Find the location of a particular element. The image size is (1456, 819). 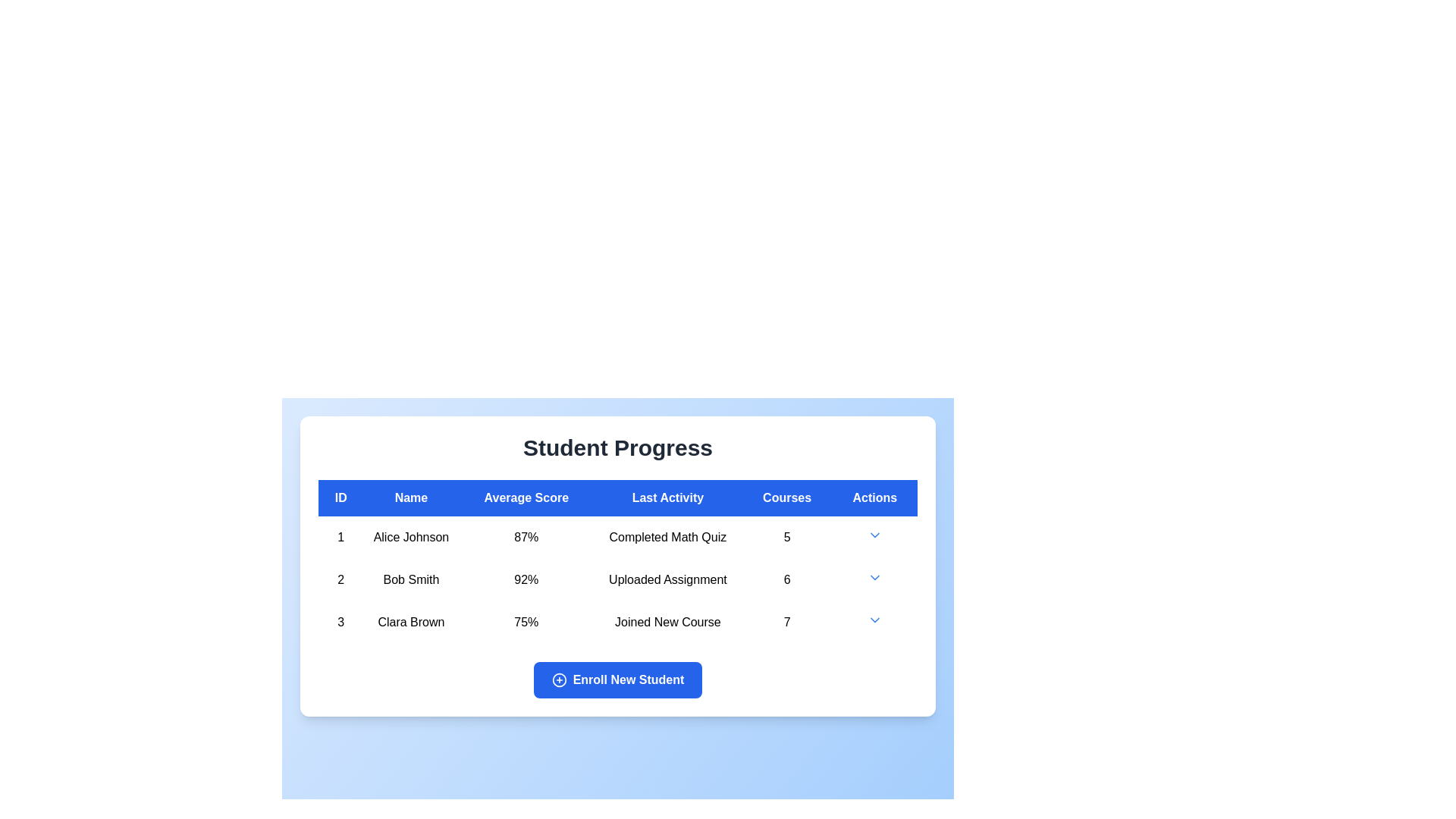

the second row in the 'Student Progress' section of the table, which contains the data '2', 'Bob Smith', '92%', 'Uploaded Assignment', and '6' is located at coordinates (618, 579).